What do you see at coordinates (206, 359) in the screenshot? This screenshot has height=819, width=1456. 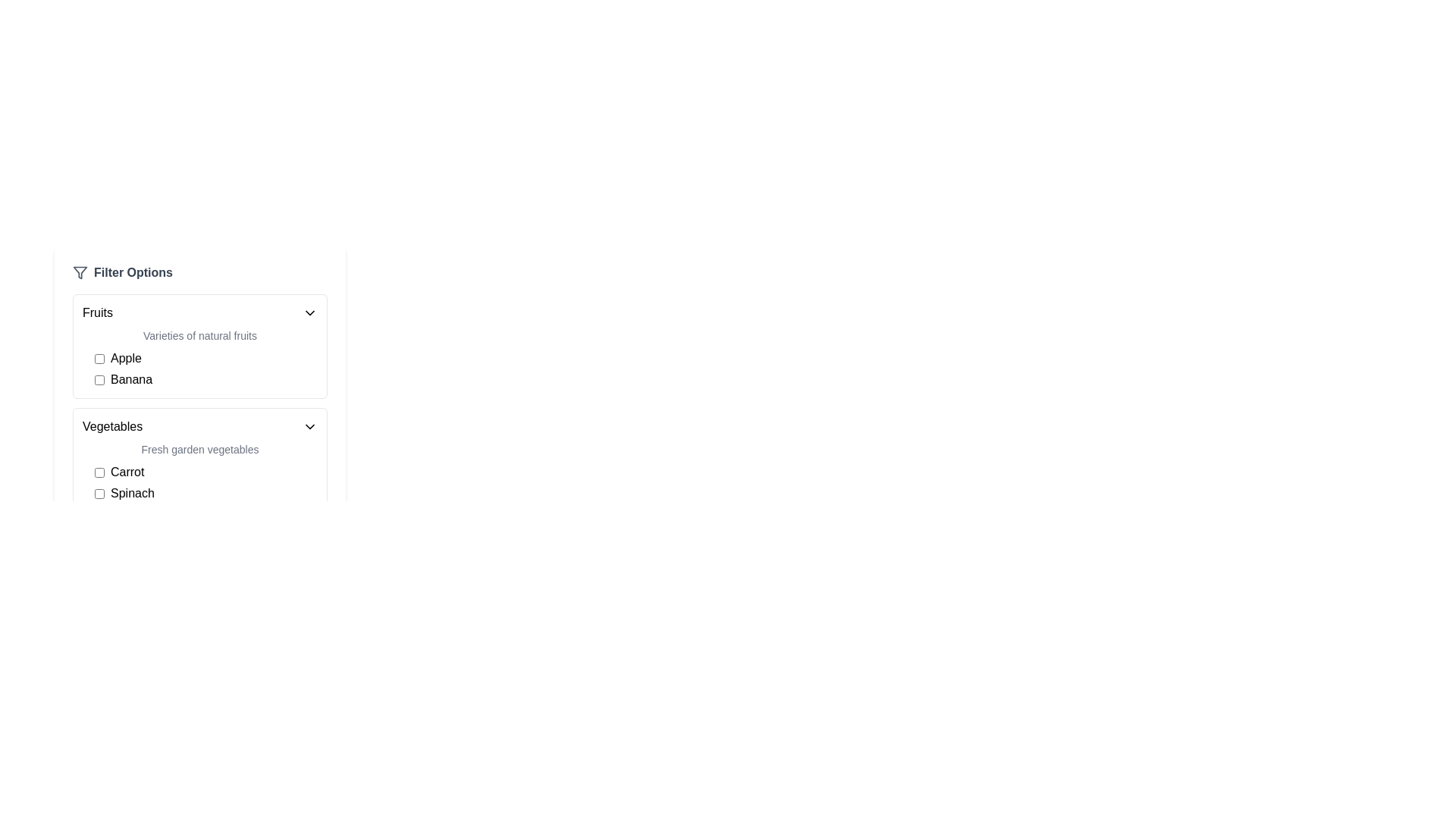 I see `the checkbox labeled 'Apple' under the 'Fruits' category to trigger accessibility feedback` at bounding box center [206, 359].